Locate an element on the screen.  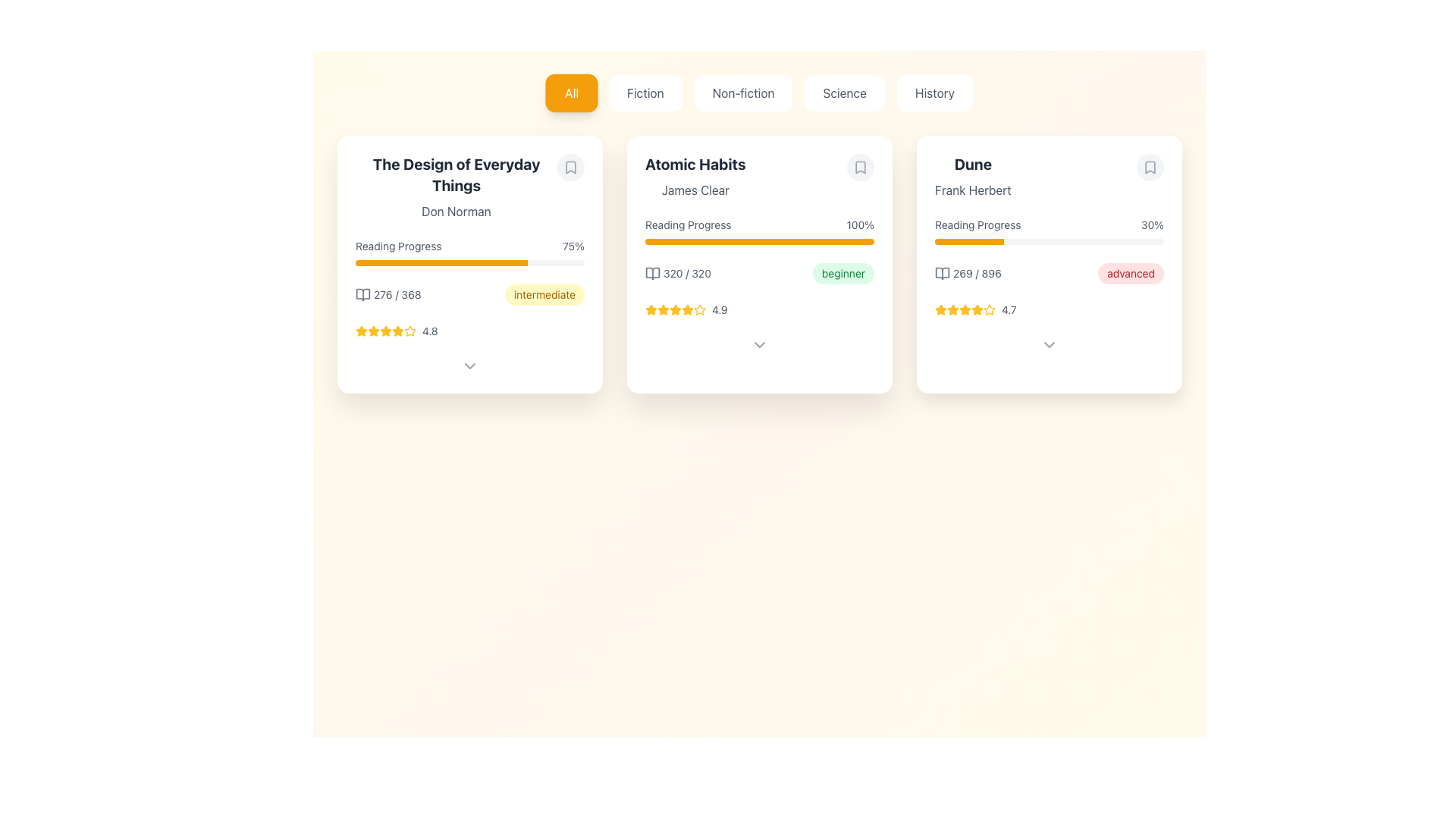
the icon representing reading progress, located to the left of the text '276 / 368' in the 'Reading Progress' section of the first card is located at coordinates (362, 295).